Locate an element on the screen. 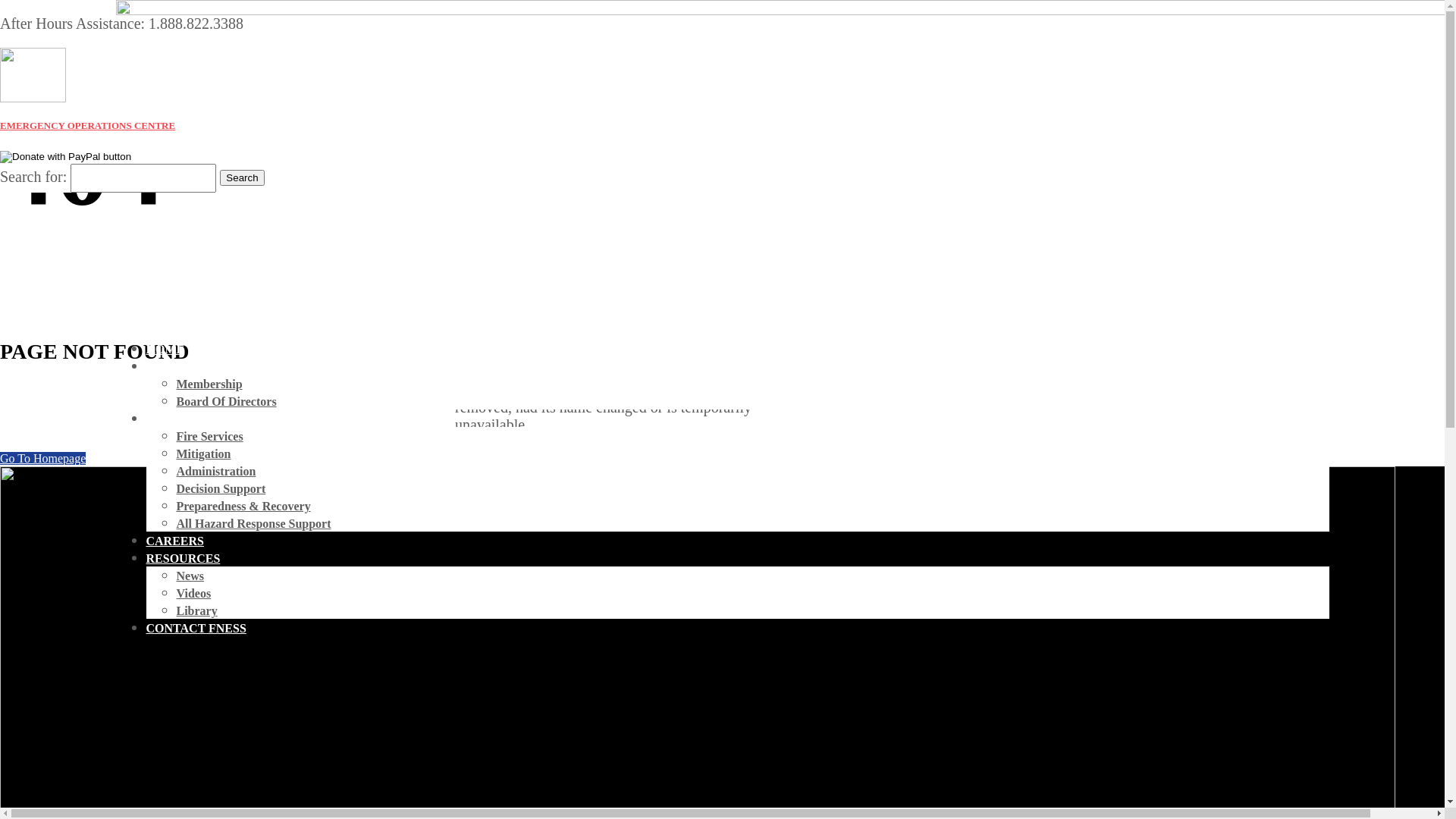  'Fire Services' is located at coordinates (208, 436).